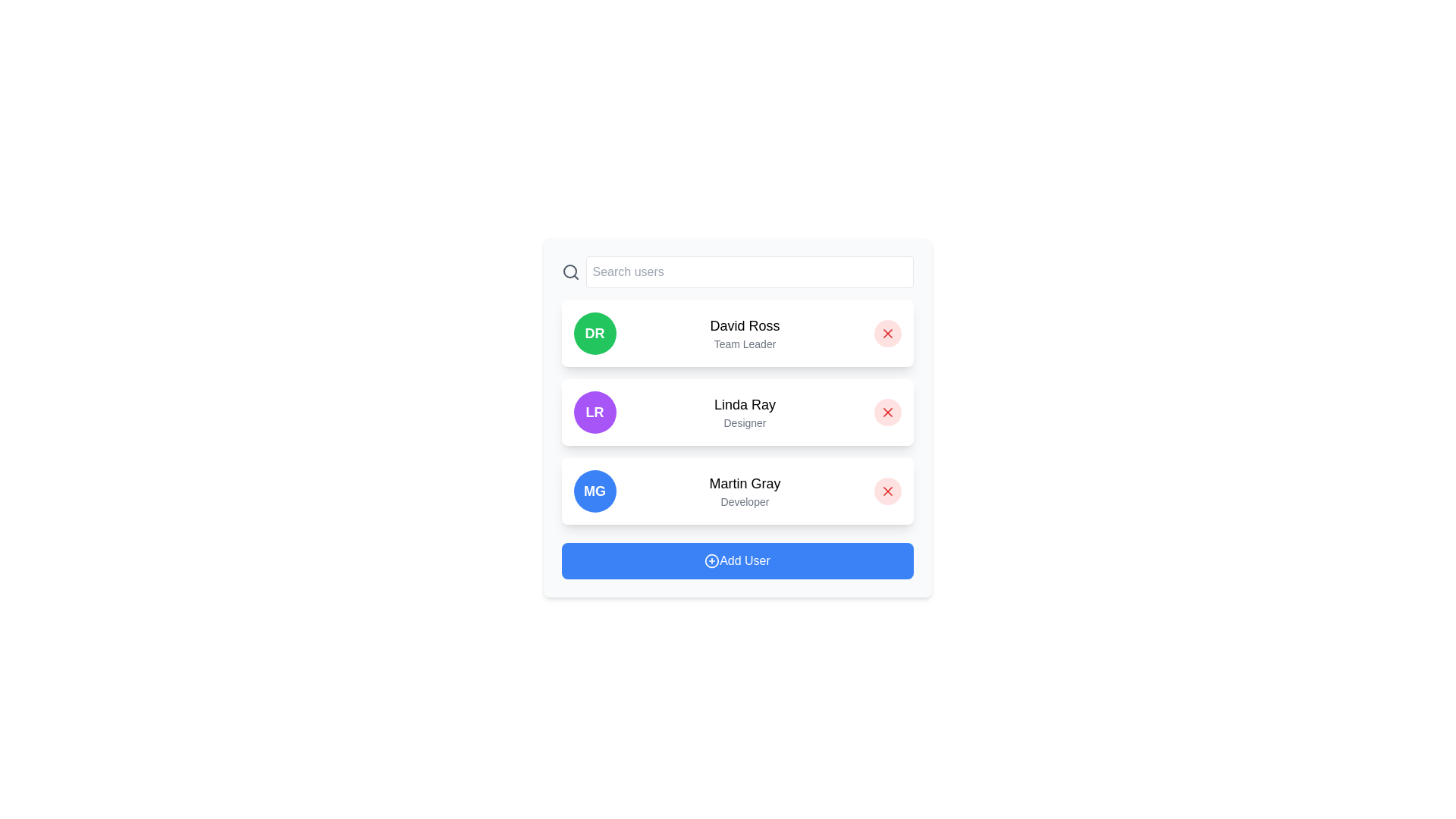  I want to click on the delete icon button associated with user 'Linda Ray', so click(887, 412).